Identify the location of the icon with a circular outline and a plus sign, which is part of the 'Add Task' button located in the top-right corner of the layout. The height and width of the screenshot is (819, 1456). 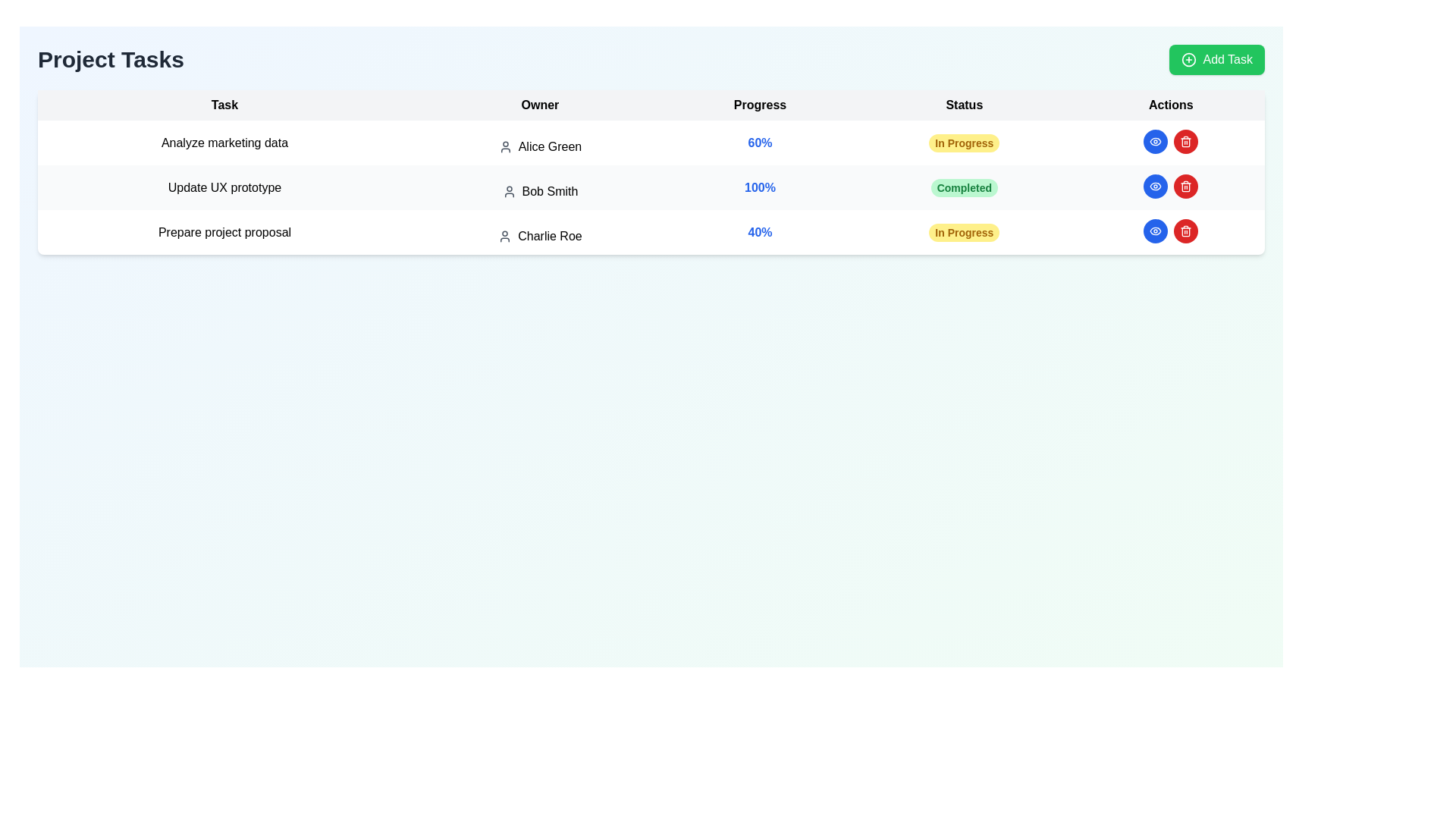
(1188, 58).